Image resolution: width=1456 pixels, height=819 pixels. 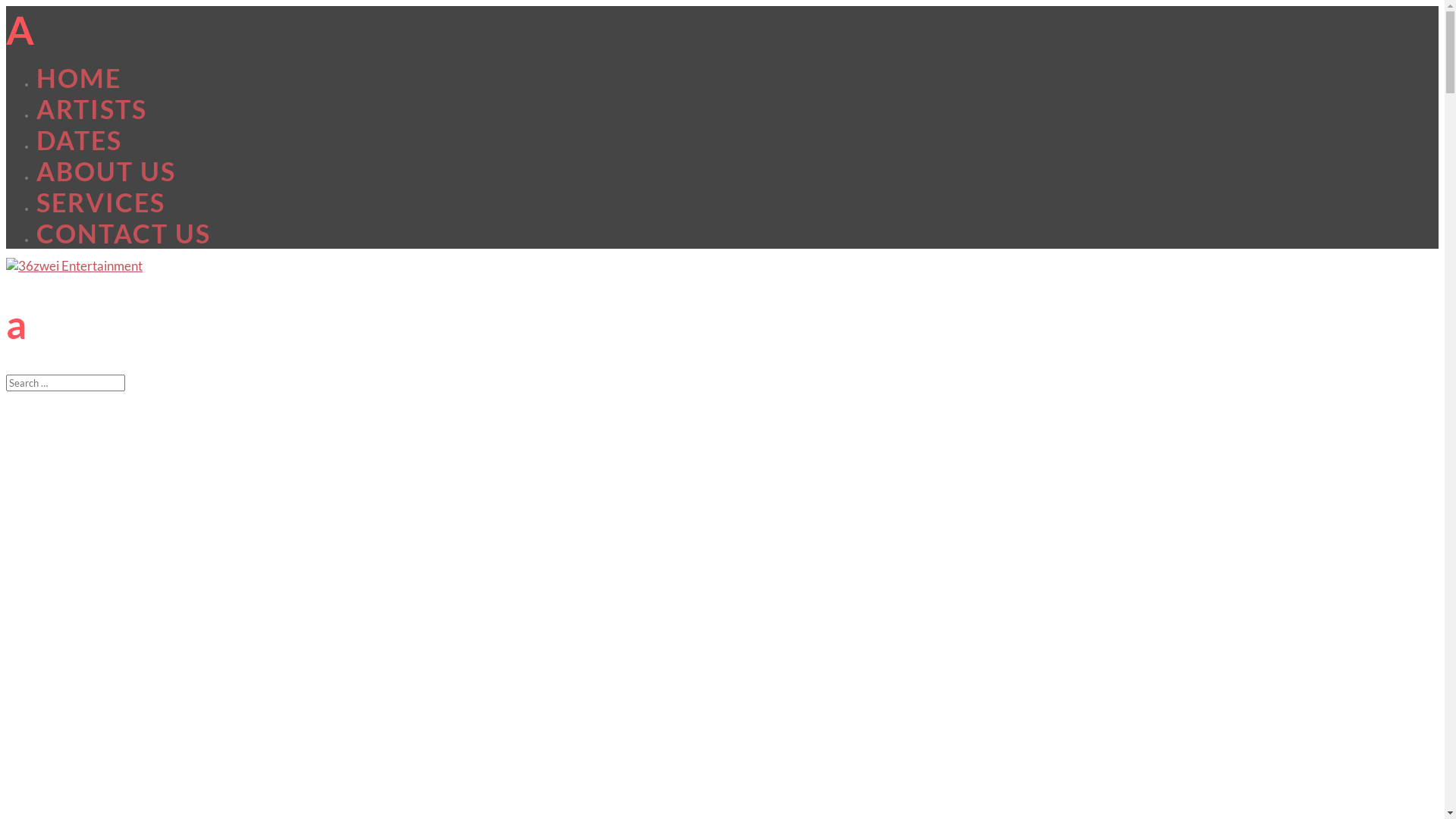 I want to click on 'DATES', so click(x=78, y=140).